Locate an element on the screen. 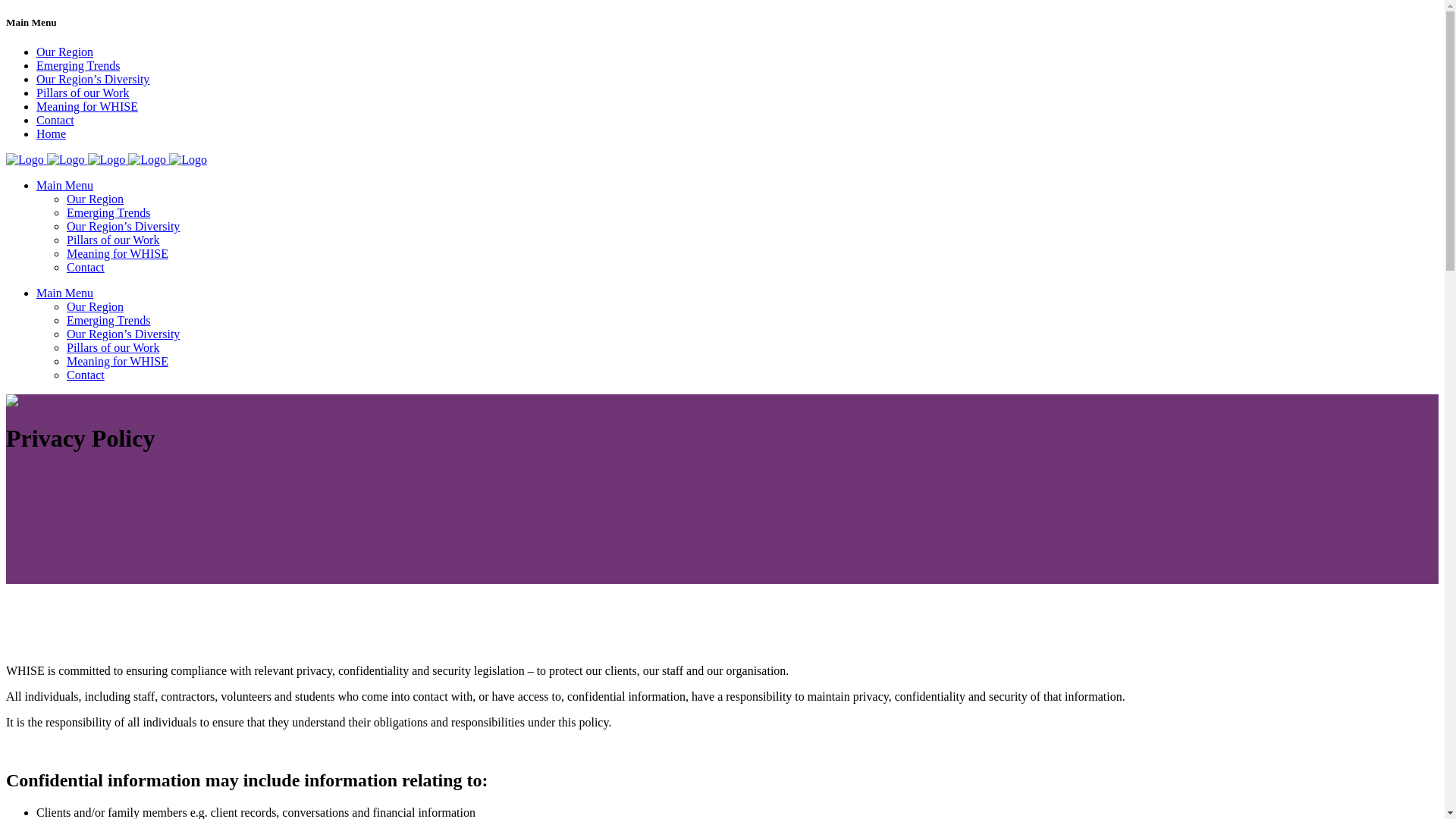 The width and height of the screenshot is (1456, 819). 'Emerging Trends' is located at coordinates (108, 319).